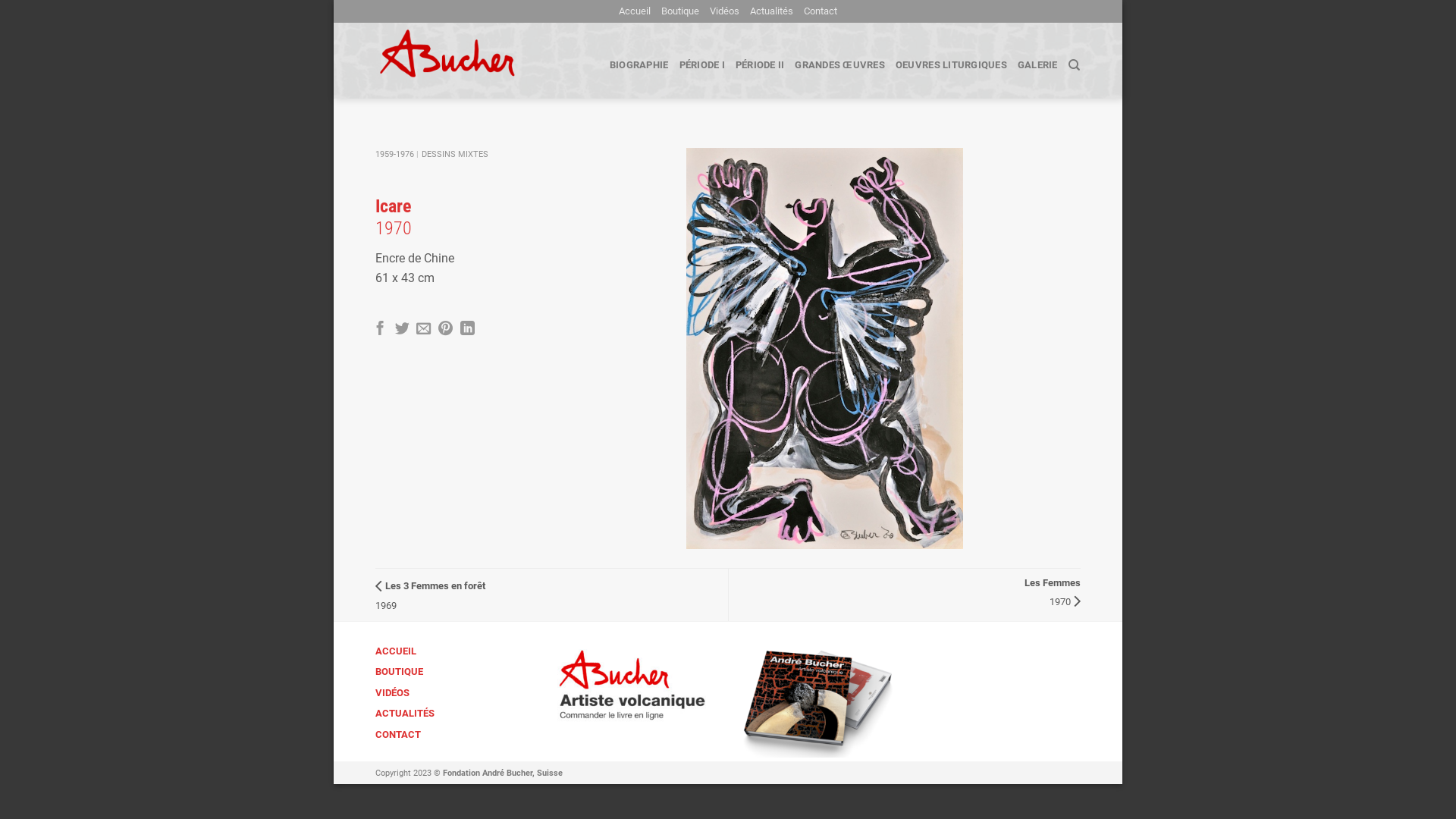  I want to click on '1959-1976', so click(394, 154).